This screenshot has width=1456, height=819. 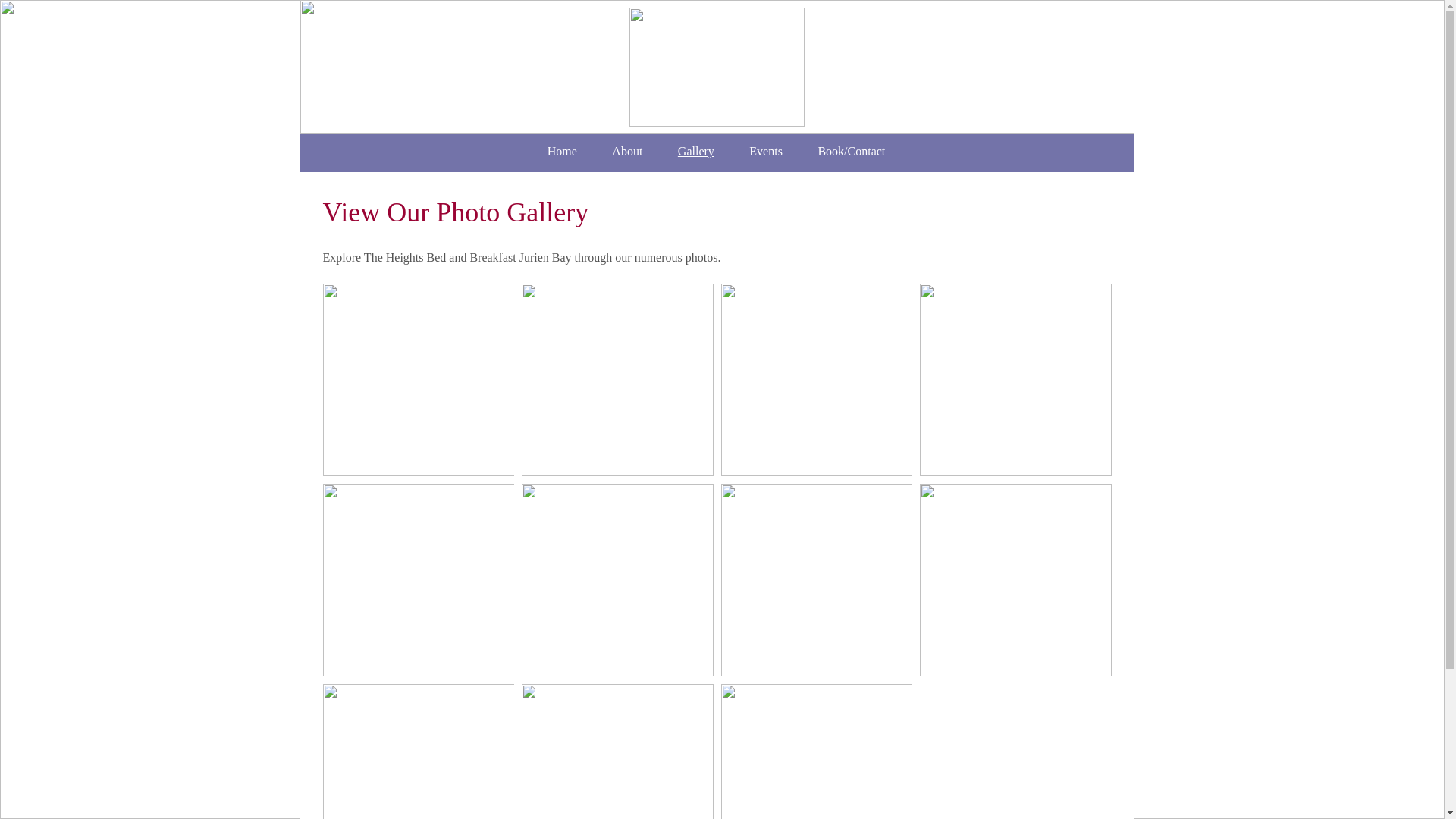 What do you see at coordinates (627, 152) in the screenshot?
I see `'About'` at bounding box center [627, 152].